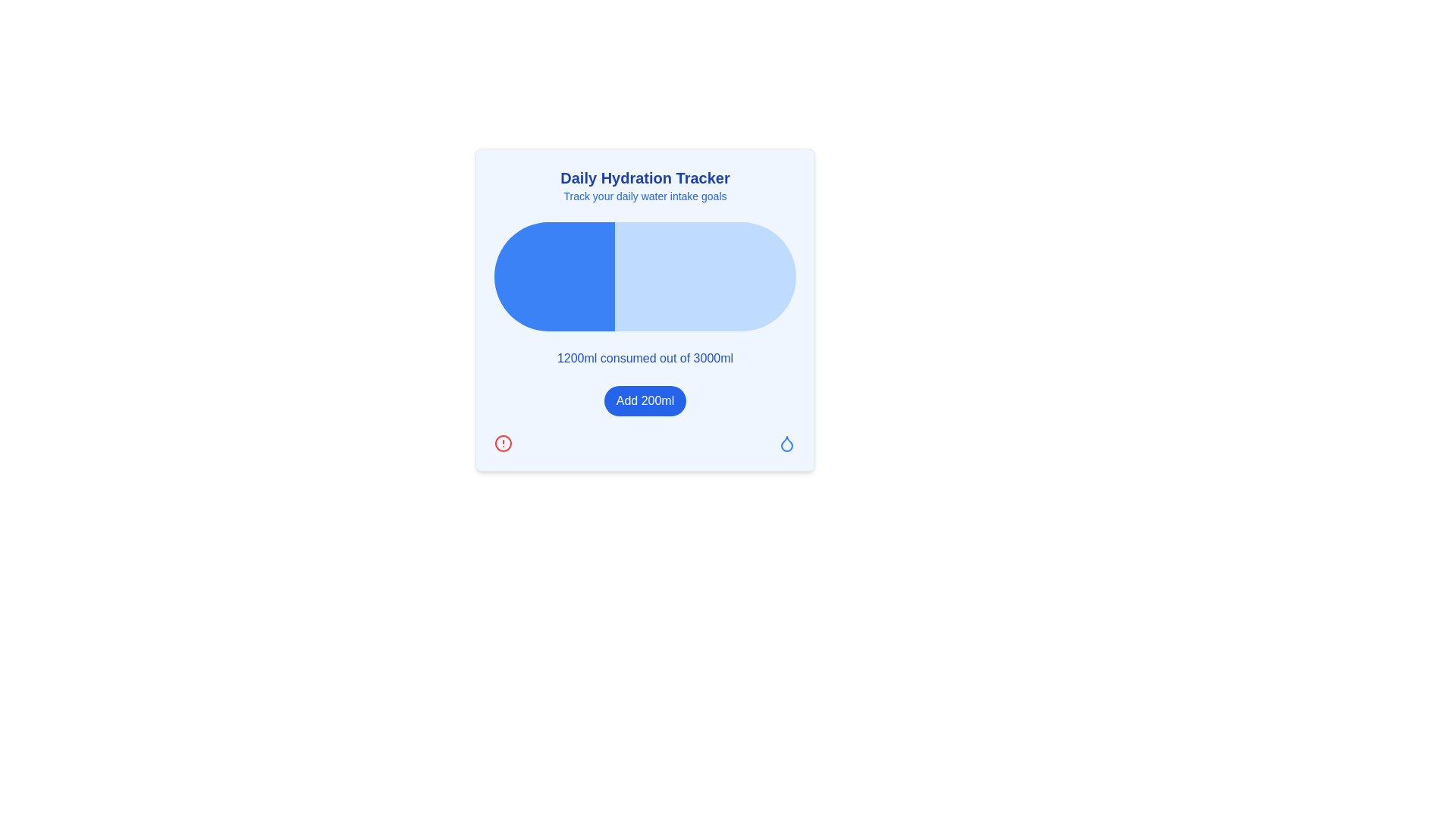 The height and width of the screenshot is (819, 1456). What do you see at coordinates (786, 444) in the screenshot?
I see `the decorative icon located at the bottom-right of the hydration tracker card, which reinforces the hydration theme` at bounding box center [786, 444].